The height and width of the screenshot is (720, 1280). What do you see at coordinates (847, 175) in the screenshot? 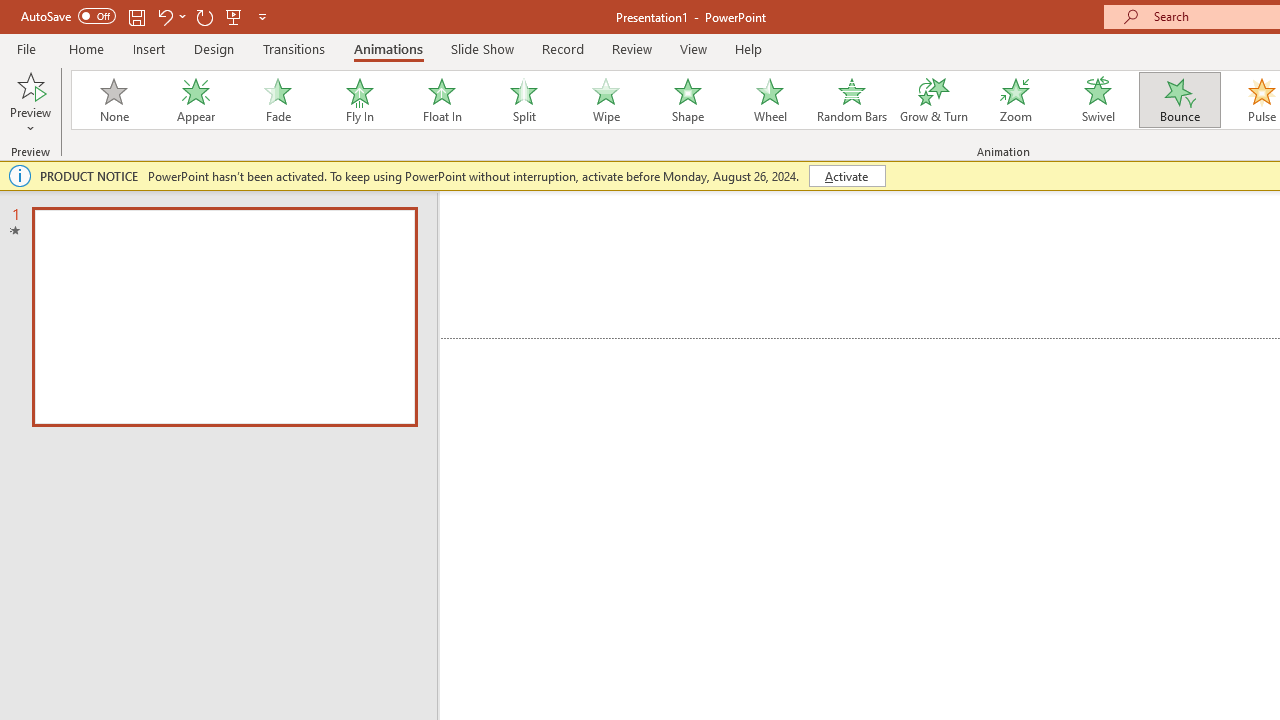
I see `'Activate'` at bounding box center [847, 175].